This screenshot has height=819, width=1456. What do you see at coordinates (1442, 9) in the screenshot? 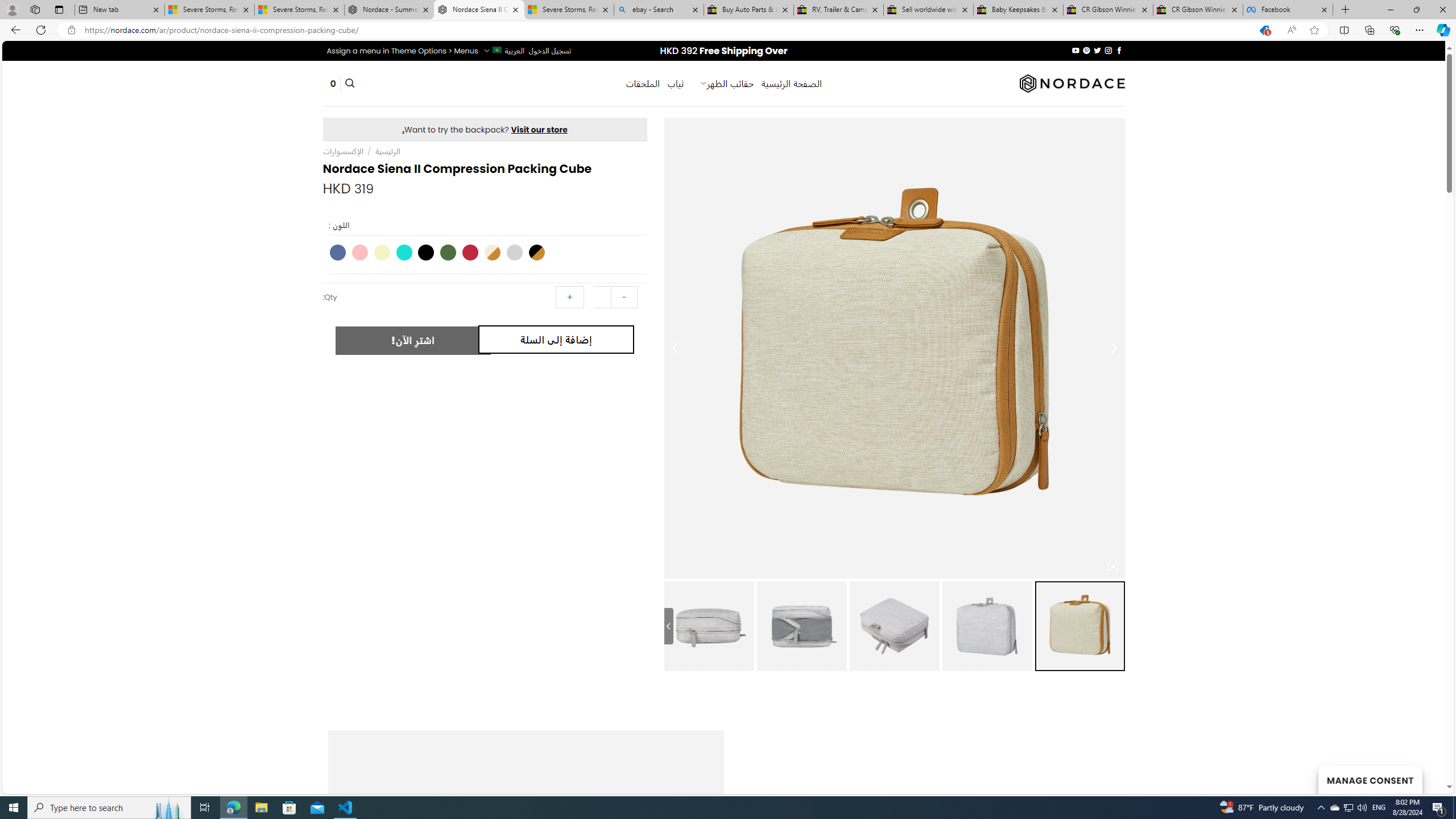
I see `'Close'` at bounding box center [1442, 9].